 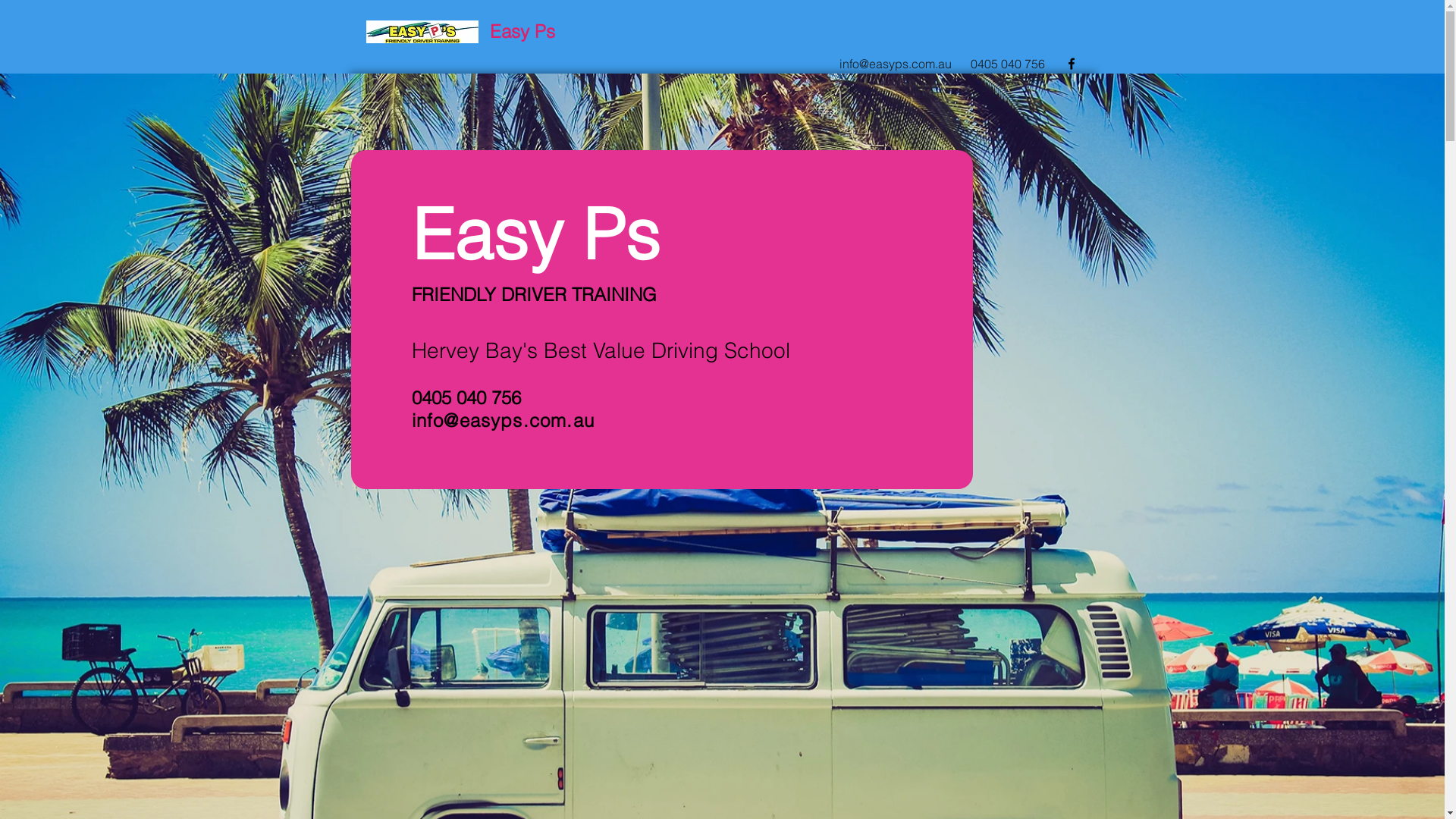 What do you see at coordinates (895, 63) in the screenshot?
I see `'info@easyps.com.au'` at bounding box center [895, 63].